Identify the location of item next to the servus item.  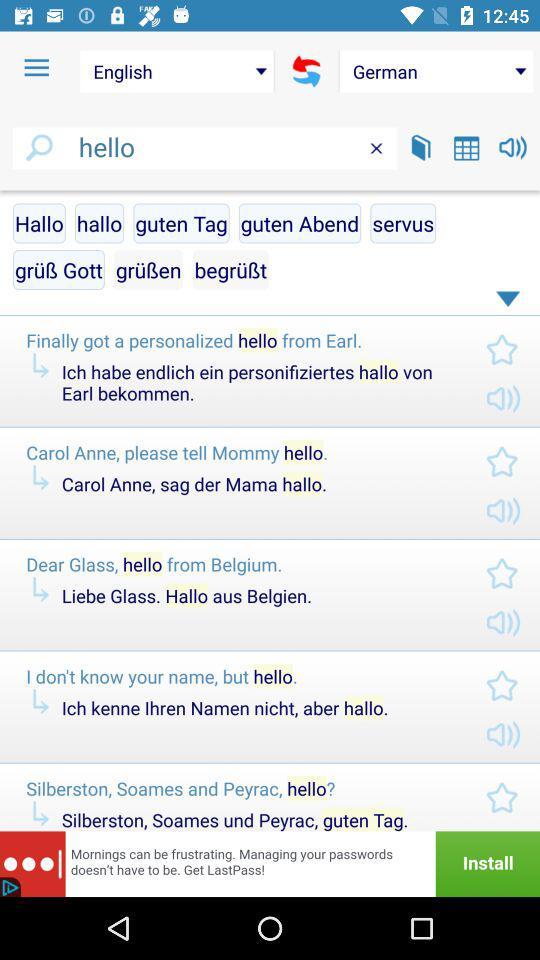
(229, 268).